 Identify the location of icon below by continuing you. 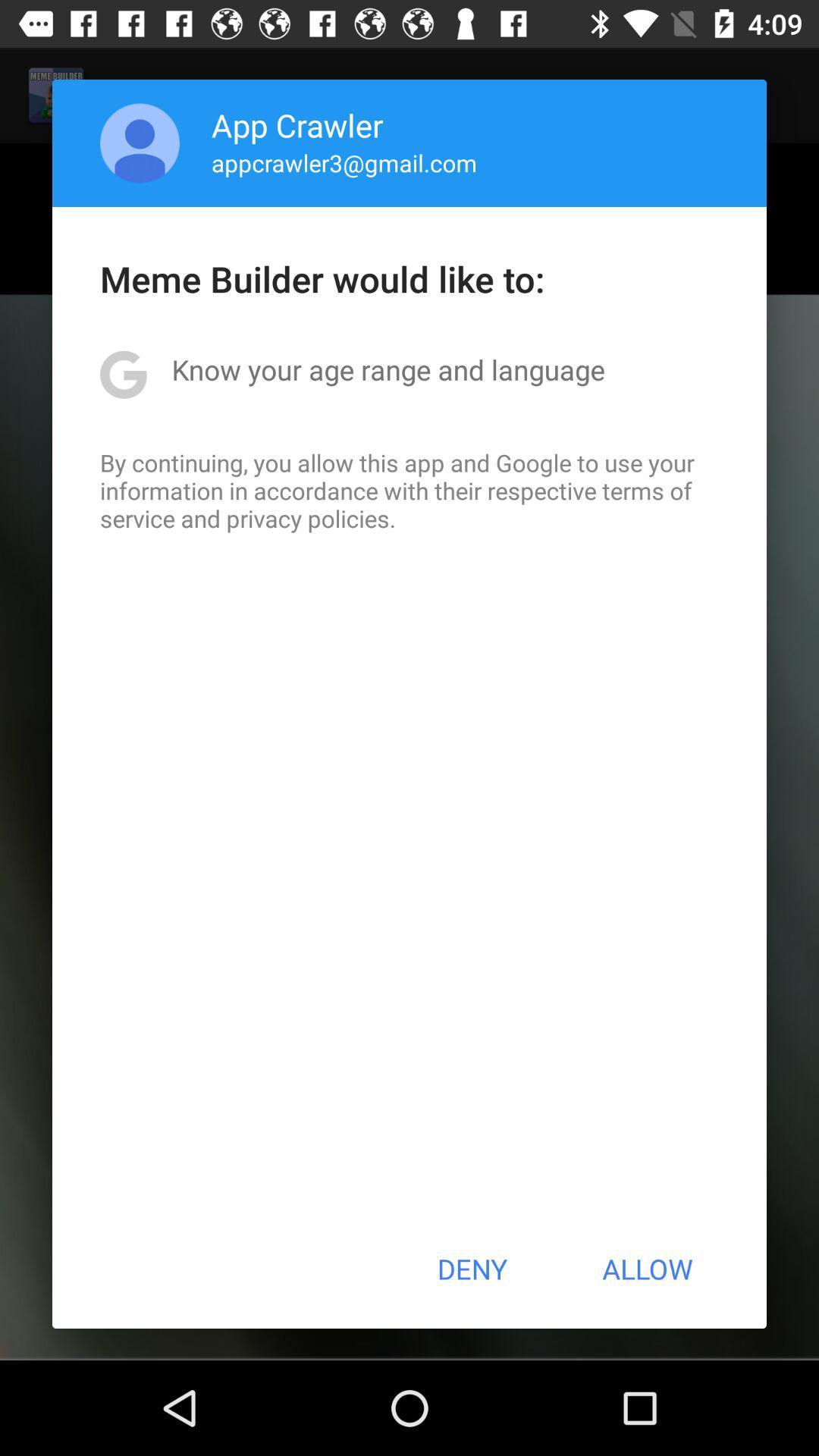
(471, 1269).